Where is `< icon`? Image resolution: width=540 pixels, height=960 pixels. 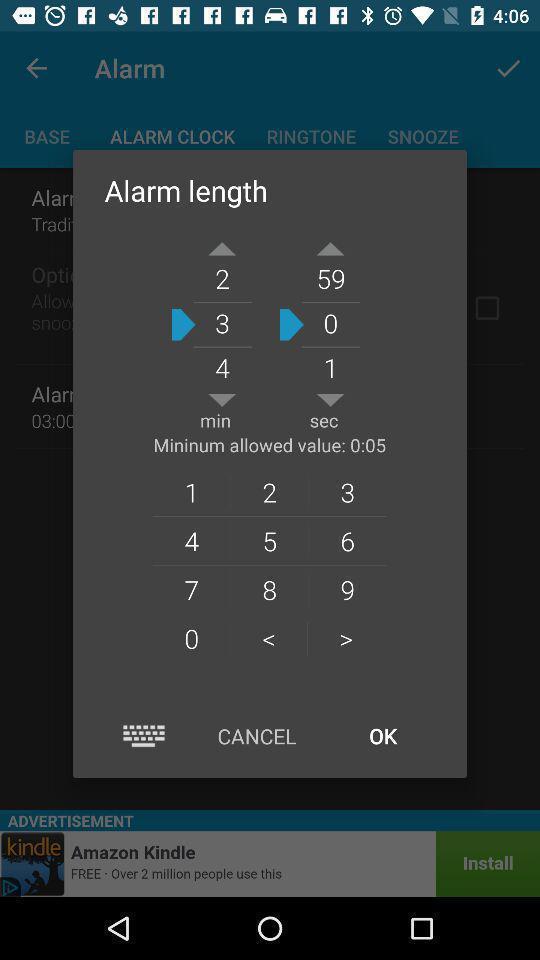 < icon is located at coordinates (269, 637).